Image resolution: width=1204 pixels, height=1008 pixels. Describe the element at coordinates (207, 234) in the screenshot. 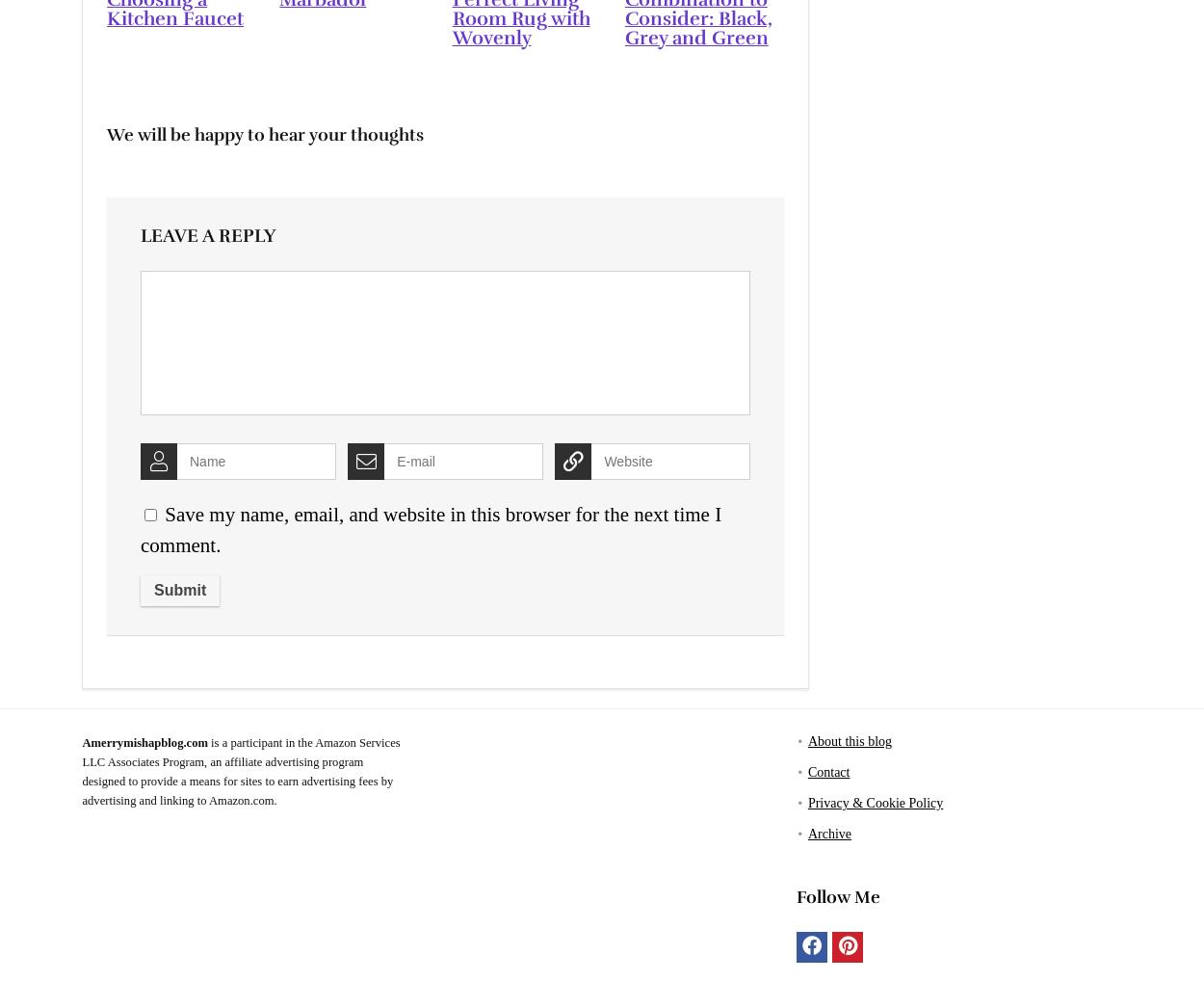

I see `'Leave a reply'` at that location.